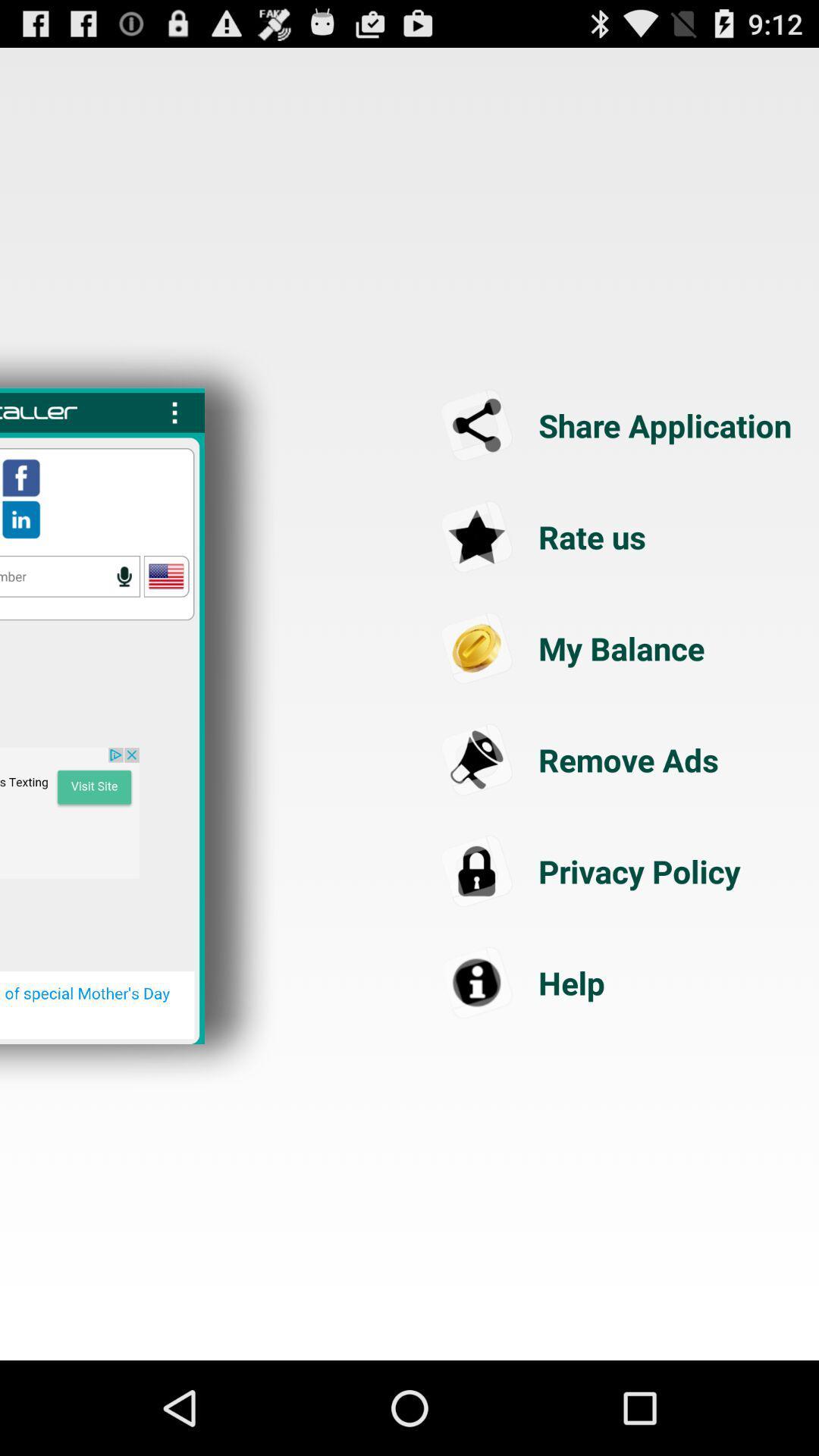 This screenshot has width=819, height=1456. I want to click on show more options, so click(174, 413).